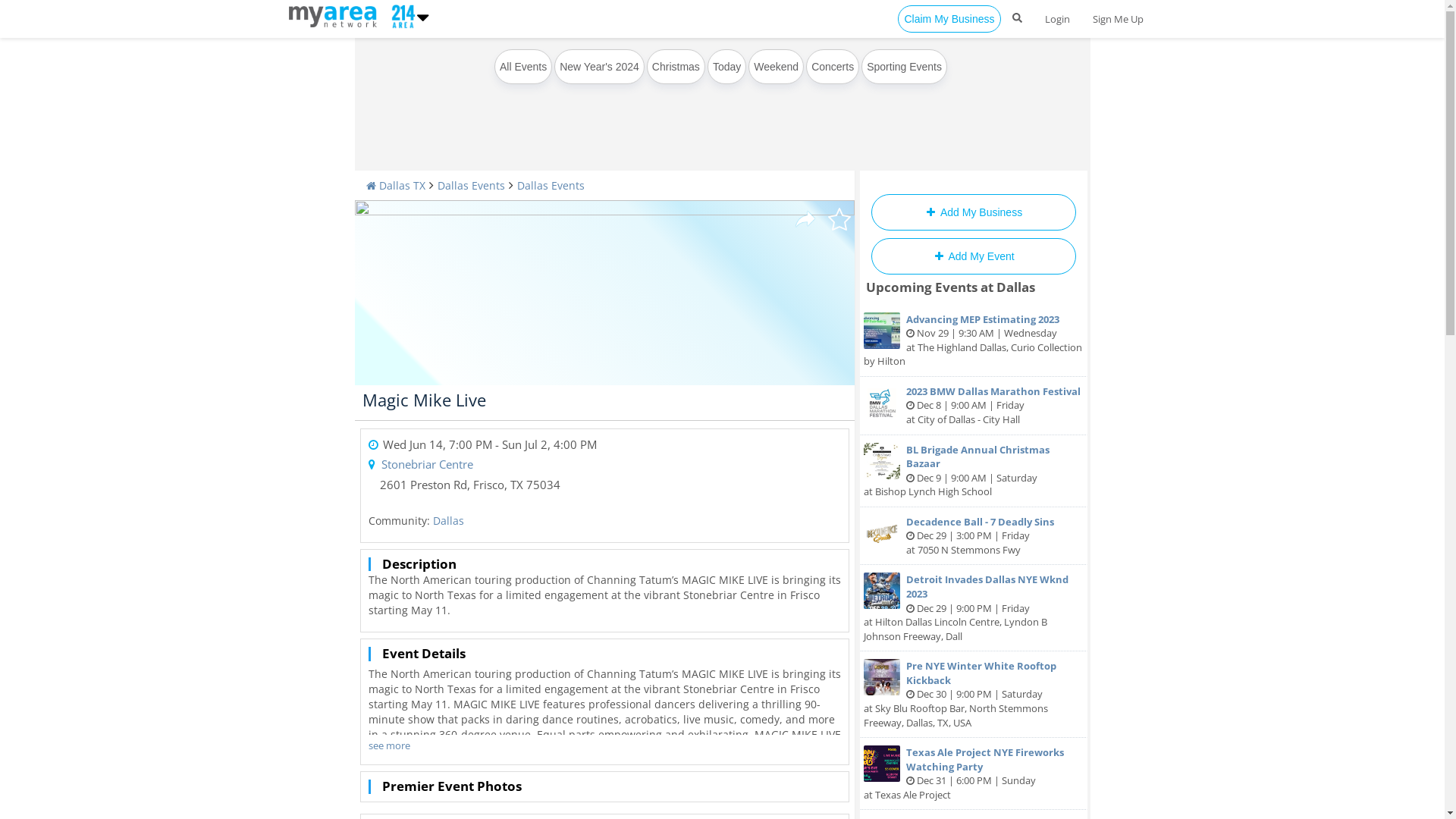  I want to click on 'Christmas', so click(675, 66).